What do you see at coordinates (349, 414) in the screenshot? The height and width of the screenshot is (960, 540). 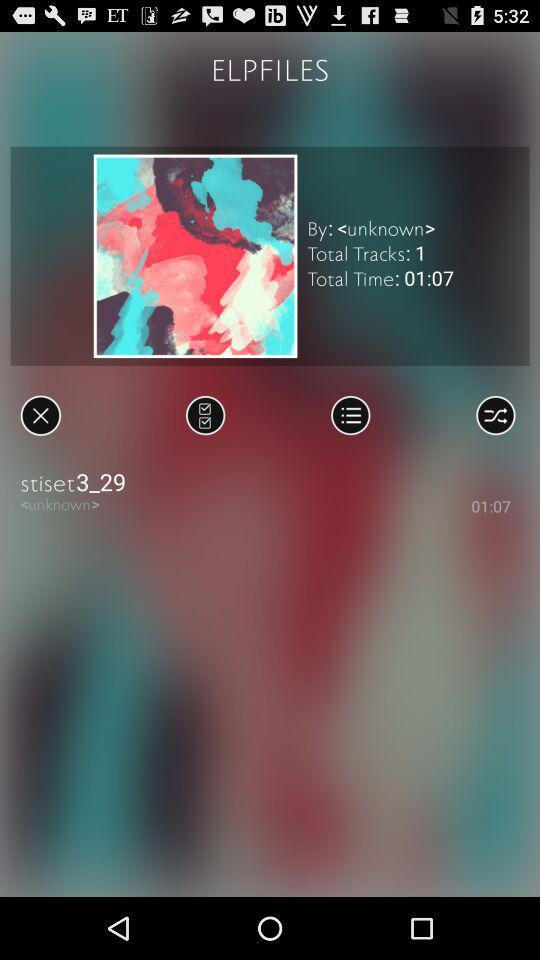 I see `open current playlist` at bounding box center [349, 414].